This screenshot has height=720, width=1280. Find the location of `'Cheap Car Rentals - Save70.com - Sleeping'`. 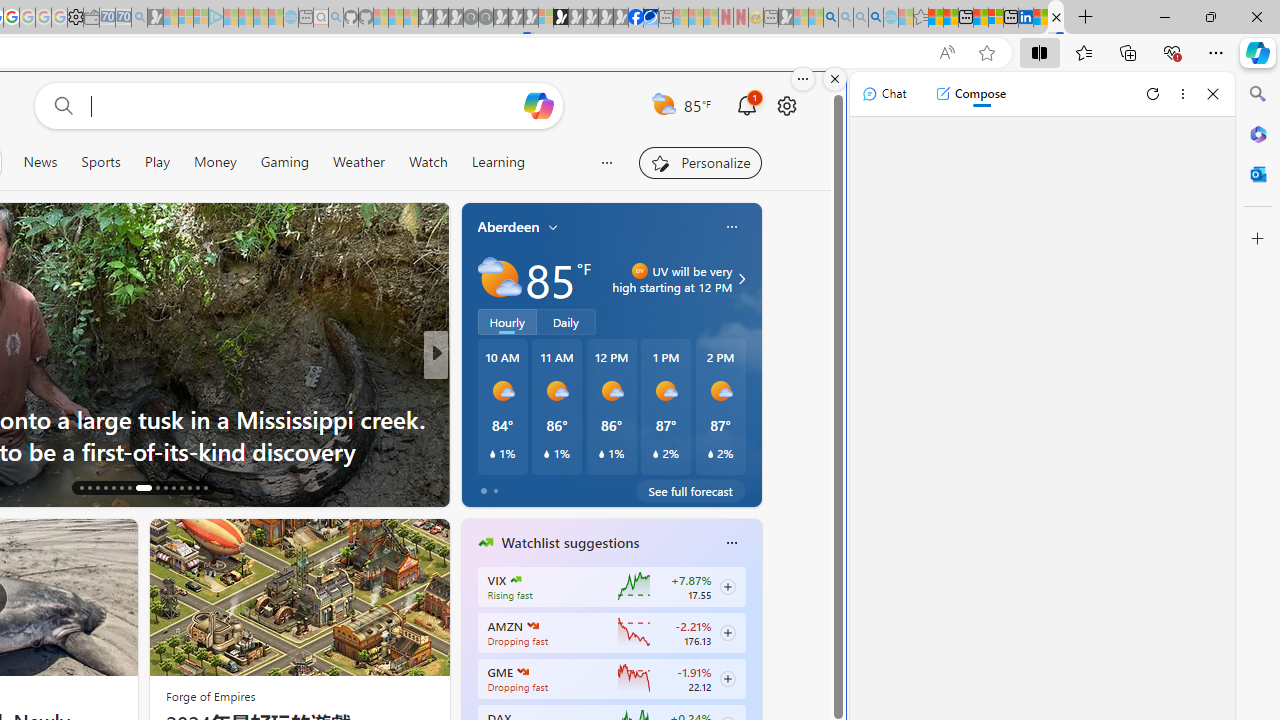

'Cheap Car Rentals - Save70.com - Sleeping' is located at coordinates (122, 17).